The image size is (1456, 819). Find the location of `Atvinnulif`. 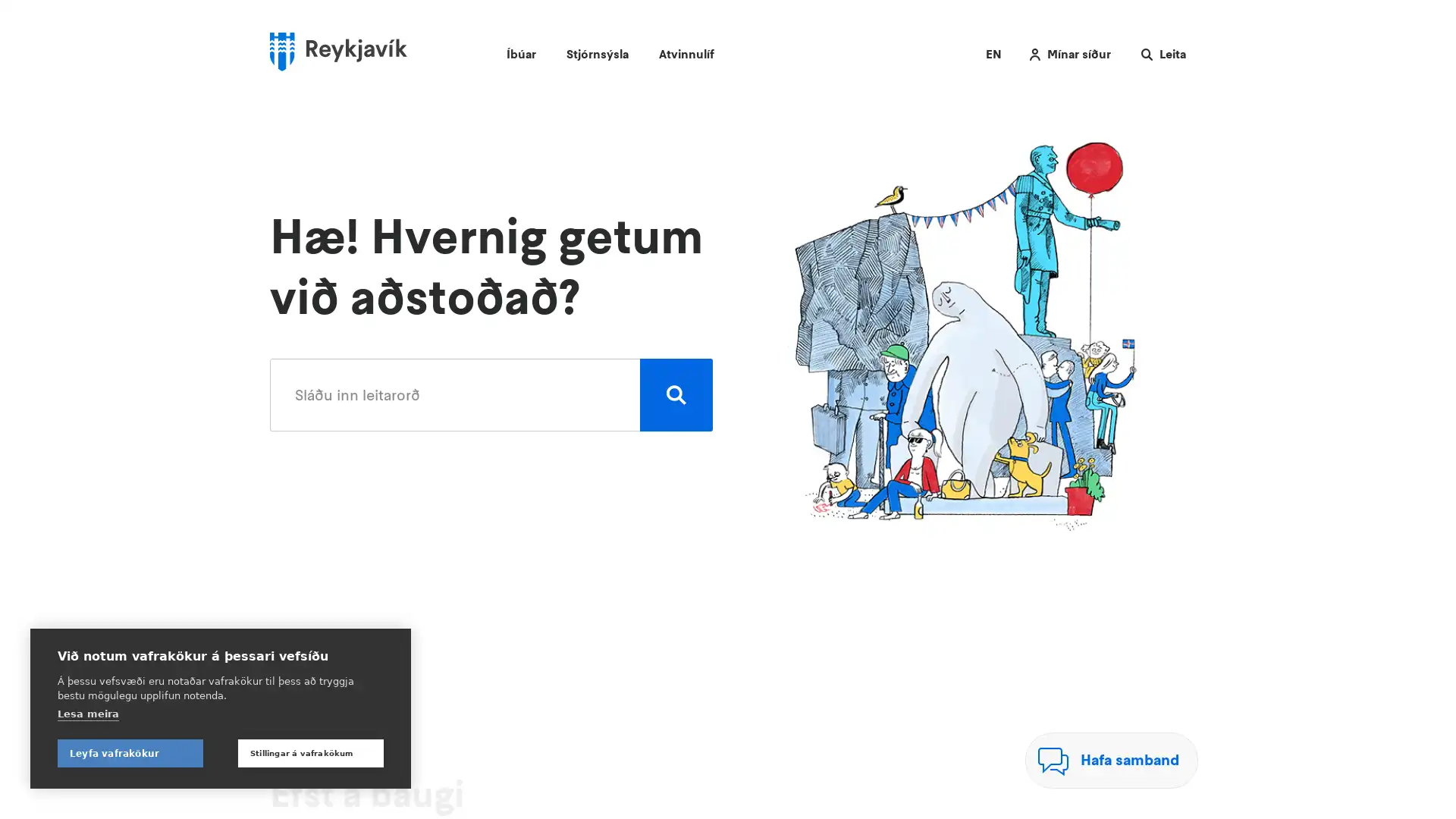

Atvinnulif is located at coordinates (686, 51).